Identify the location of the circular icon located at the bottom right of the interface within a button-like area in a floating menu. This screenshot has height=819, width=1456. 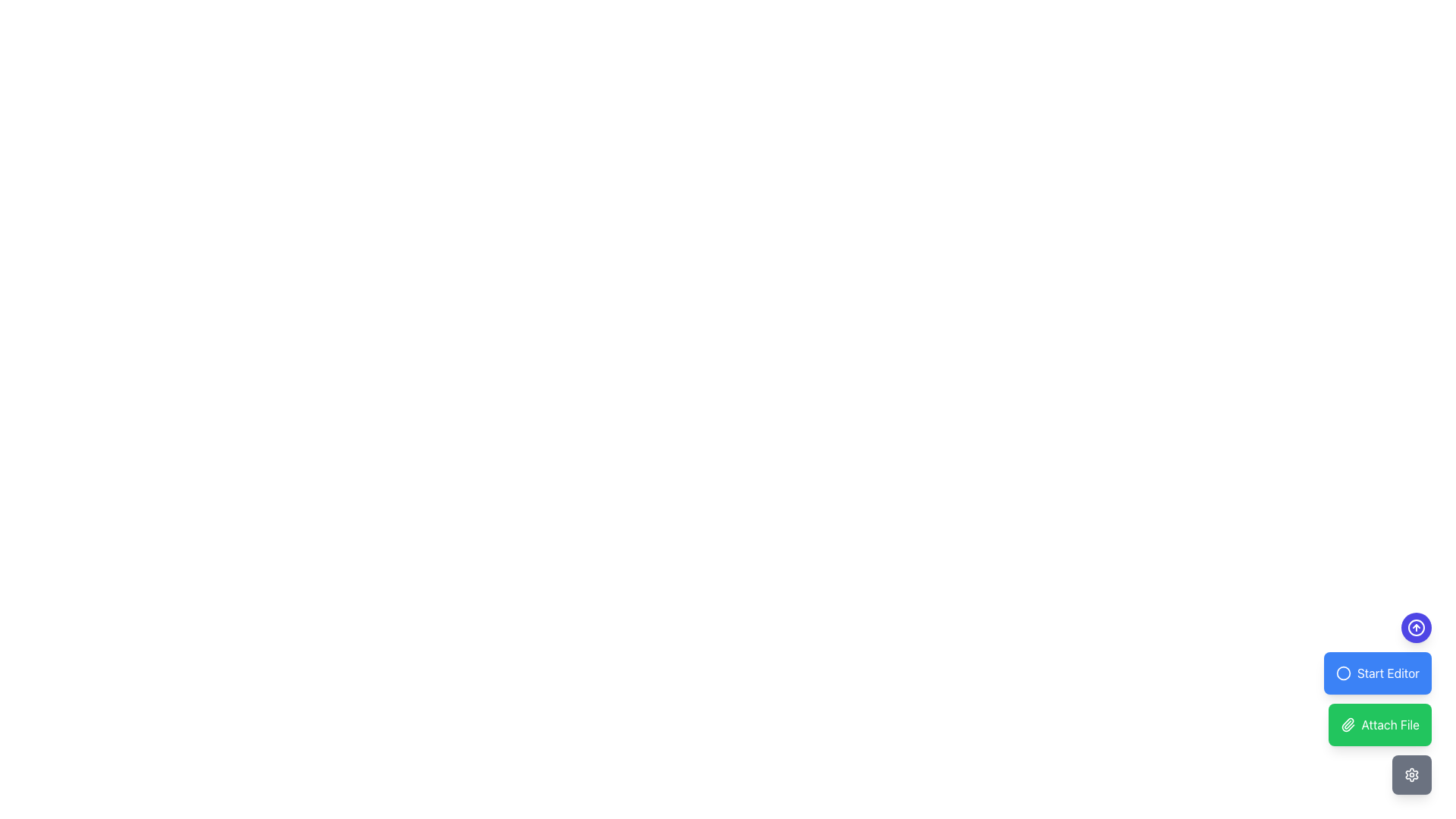
(1343, 672).